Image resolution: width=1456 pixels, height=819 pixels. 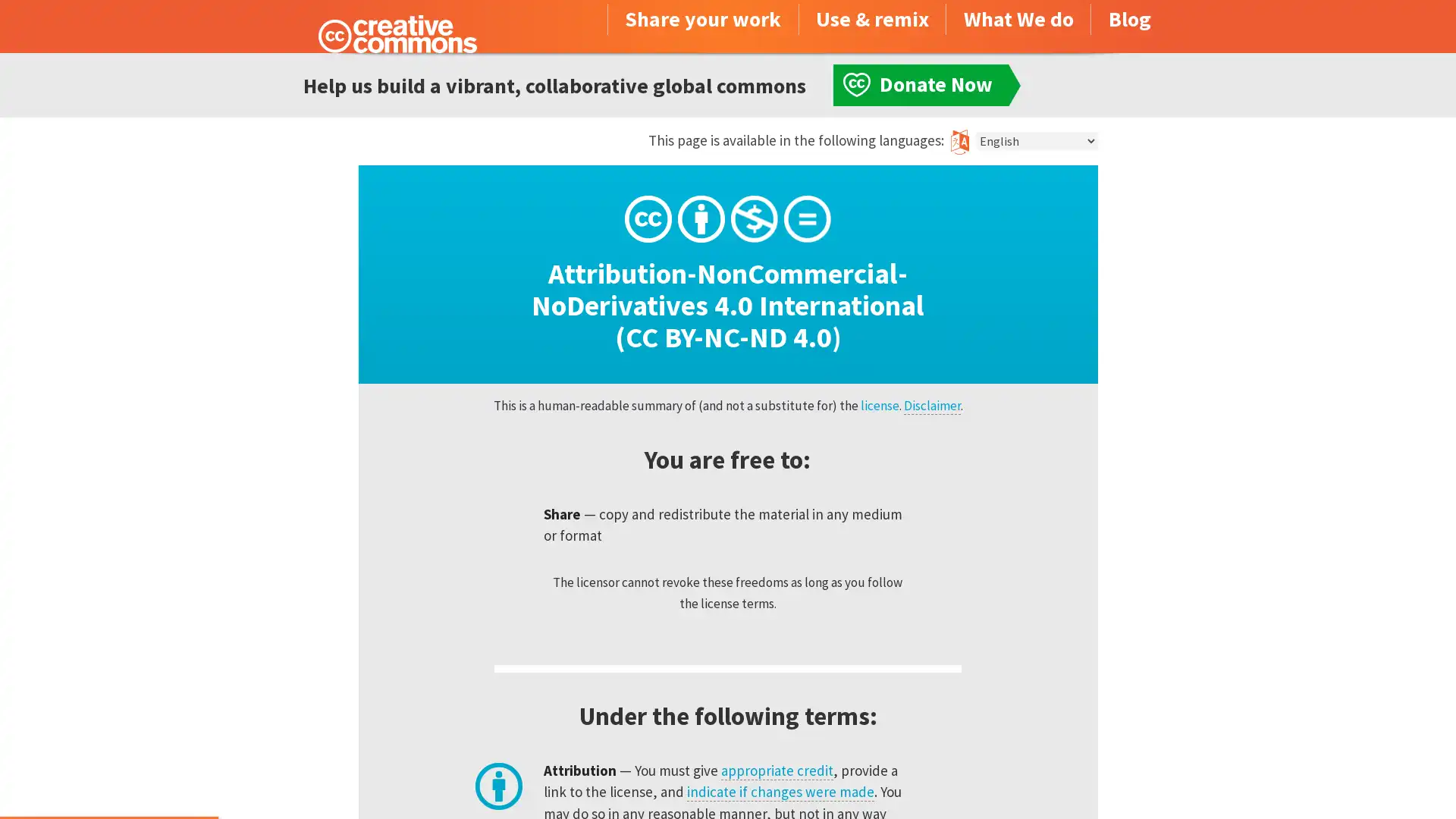 What do you see at coordinates (108, 778) in the screenshot?
I see `Donate Now` at bounding box center [108, 778].